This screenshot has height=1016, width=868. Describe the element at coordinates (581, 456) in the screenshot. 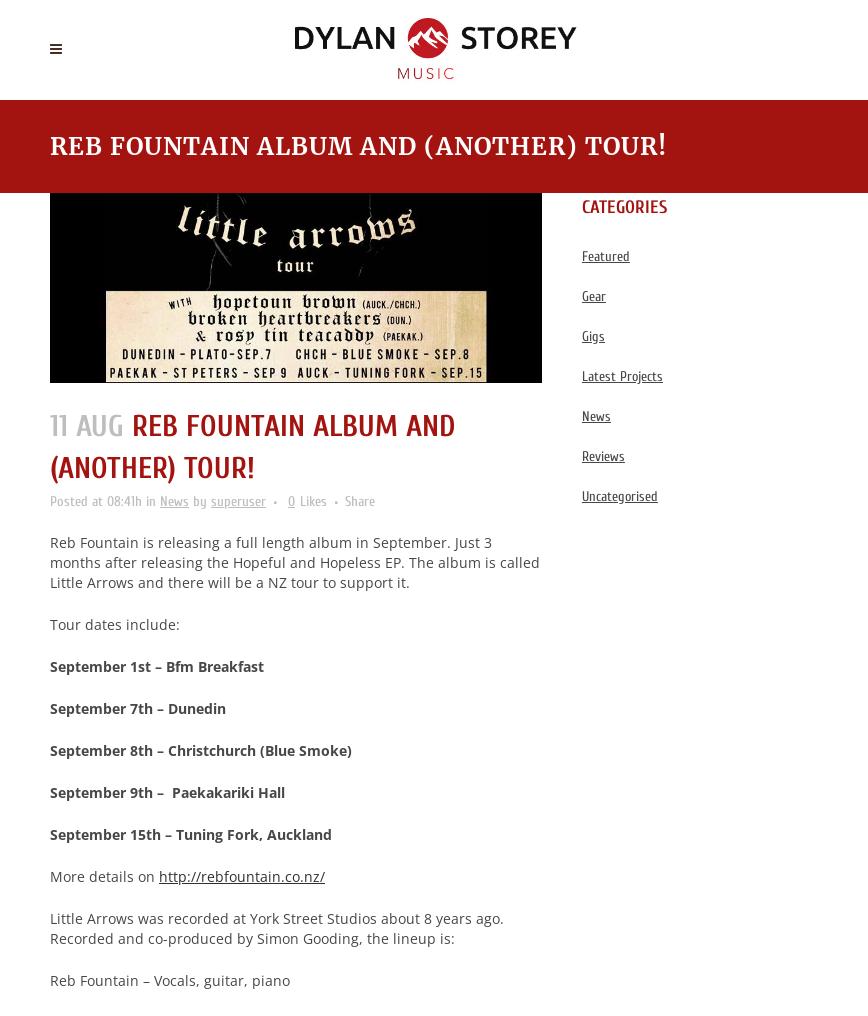

I see `'Reviews'` at that location.